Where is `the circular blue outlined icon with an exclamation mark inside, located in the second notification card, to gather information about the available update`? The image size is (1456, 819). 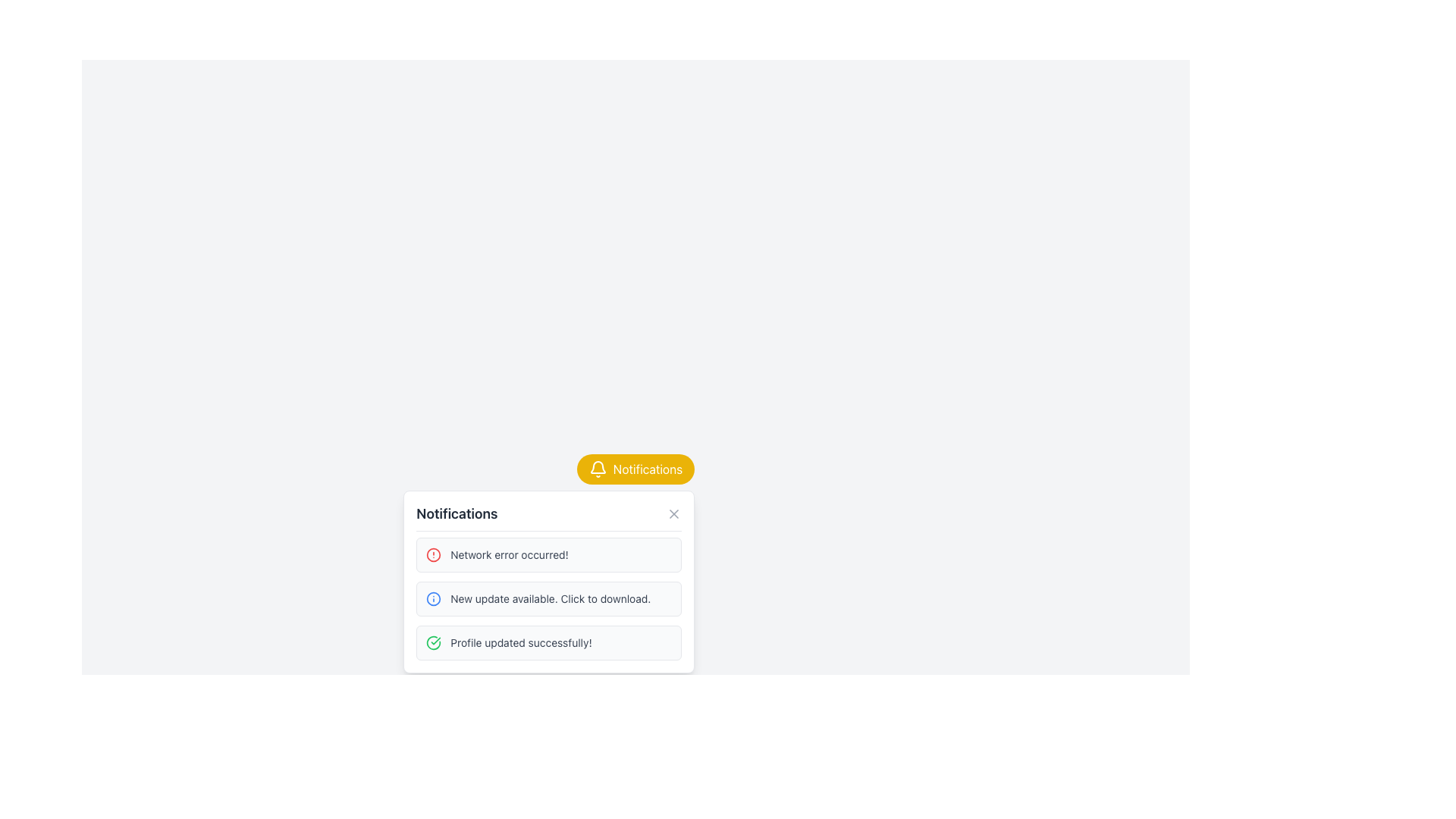
the circular blue outlined icon with an exclamation mark inside, located in the second notification card, to gather information about the available update is located at coordinates (433, 598).